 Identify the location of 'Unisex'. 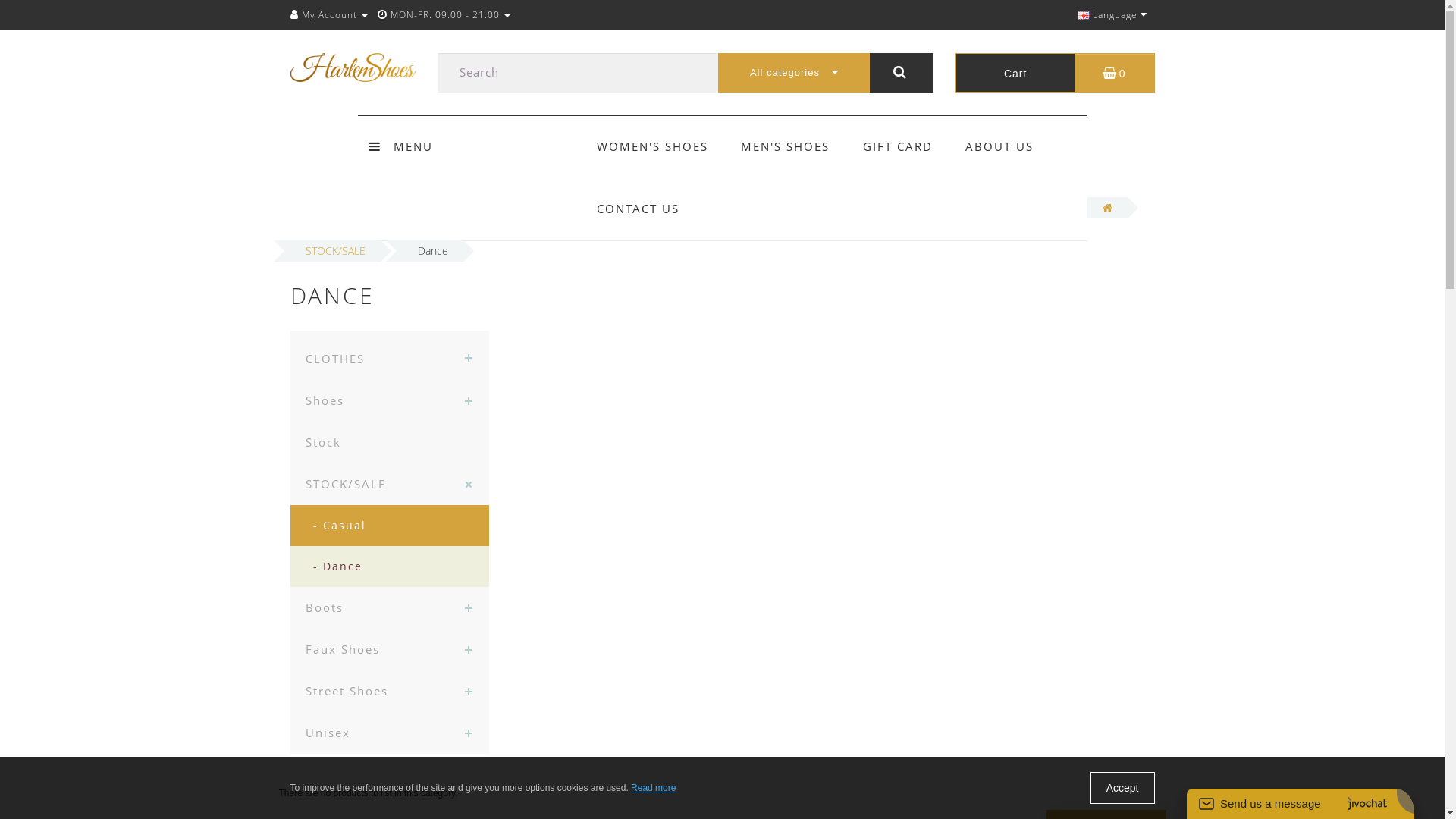
(389, 732).